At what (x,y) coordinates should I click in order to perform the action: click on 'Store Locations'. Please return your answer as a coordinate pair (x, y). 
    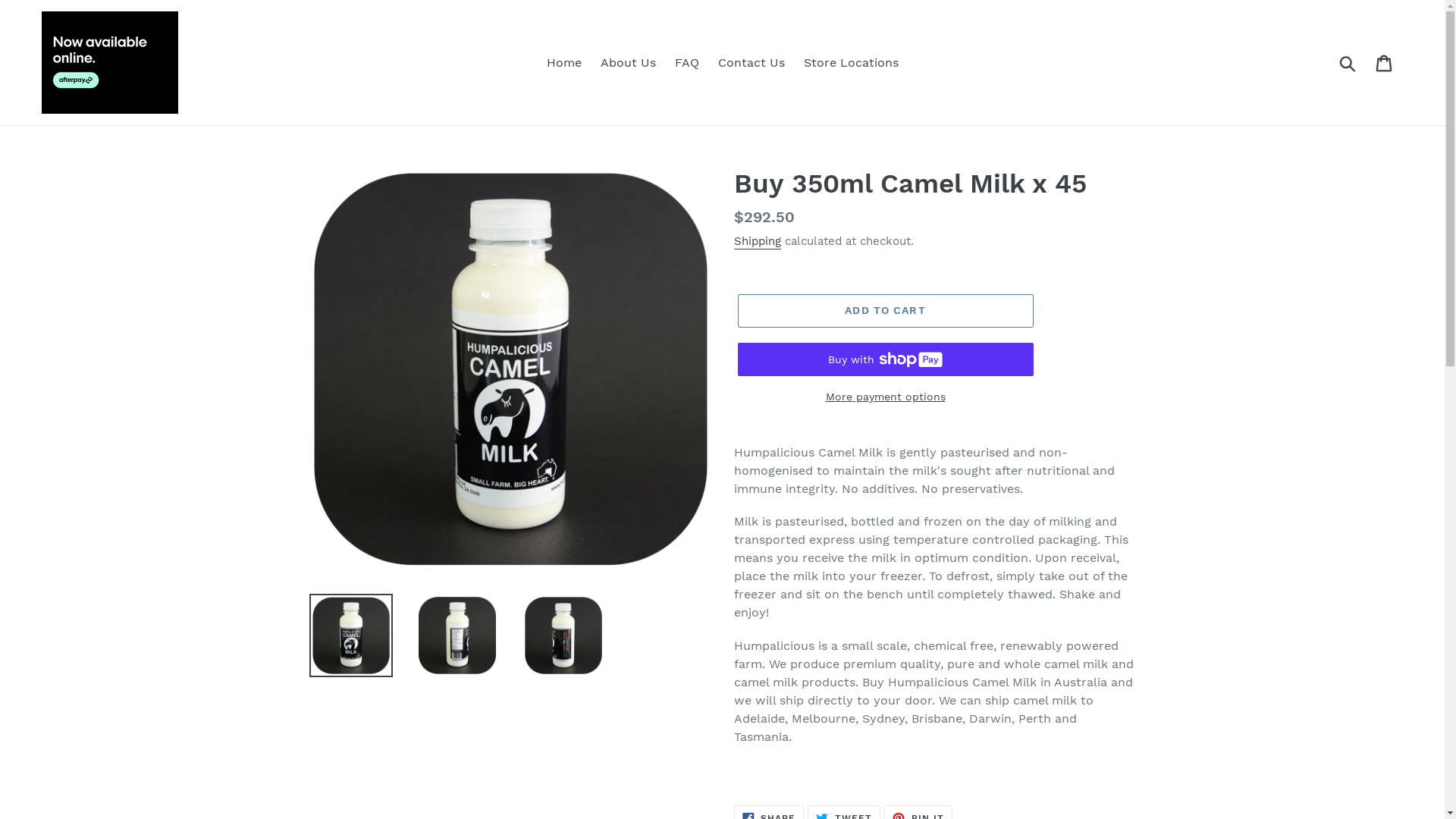
    Looking at the image, I should click on (851, 62).